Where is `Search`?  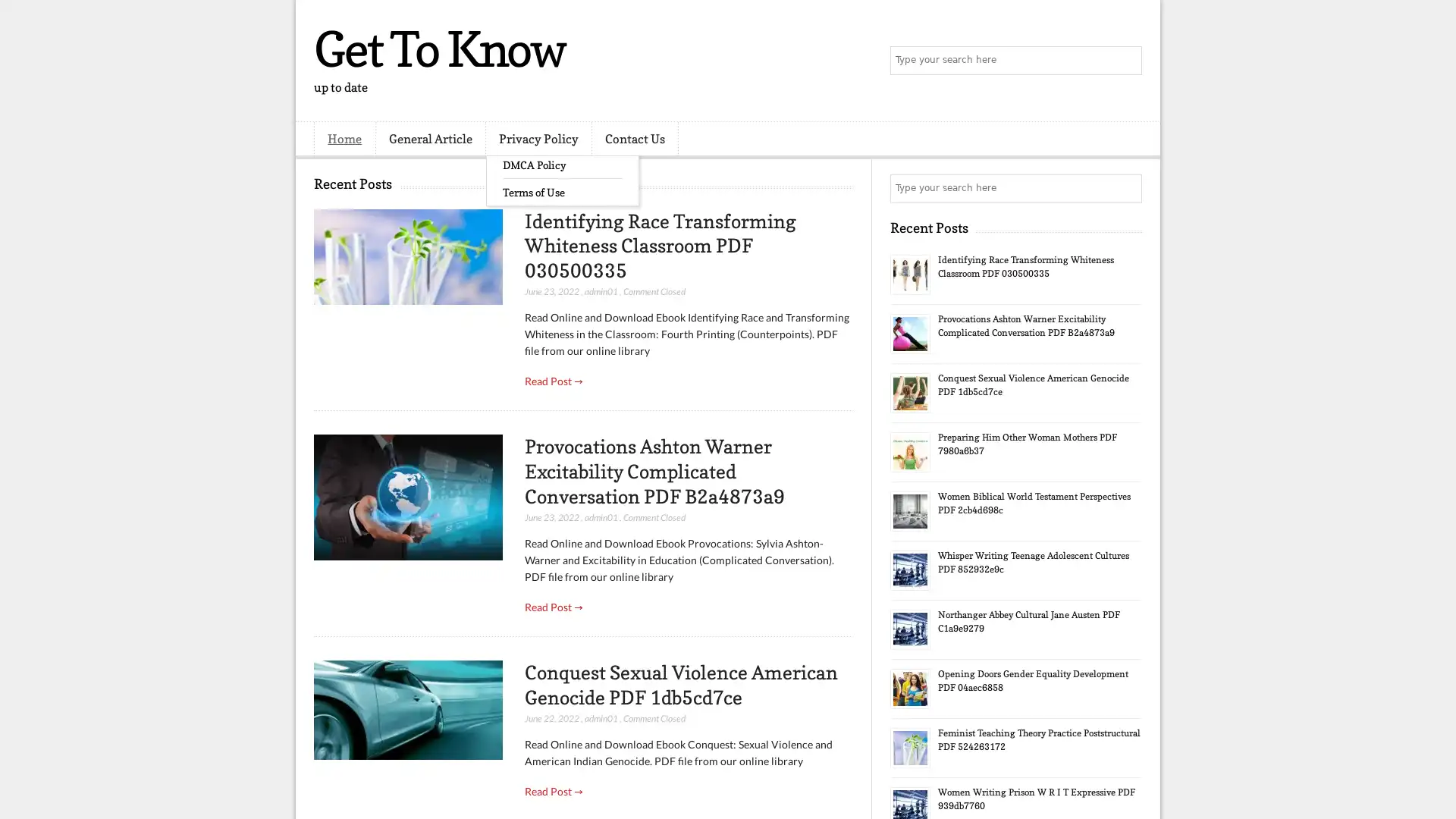
Search is located at coordinates (1126, 188).